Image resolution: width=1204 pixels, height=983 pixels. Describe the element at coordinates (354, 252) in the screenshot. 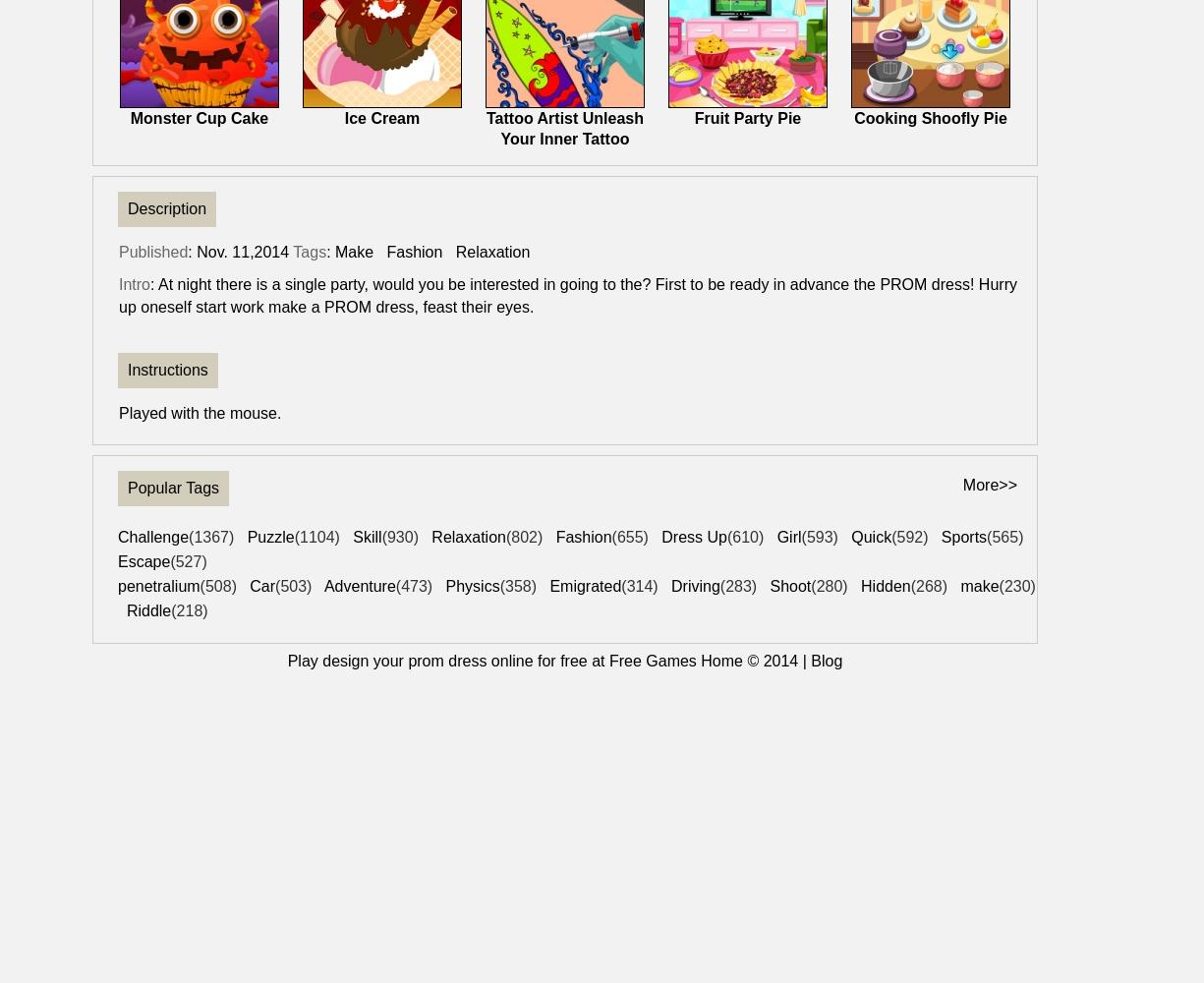

I see `'Make'` at that location.